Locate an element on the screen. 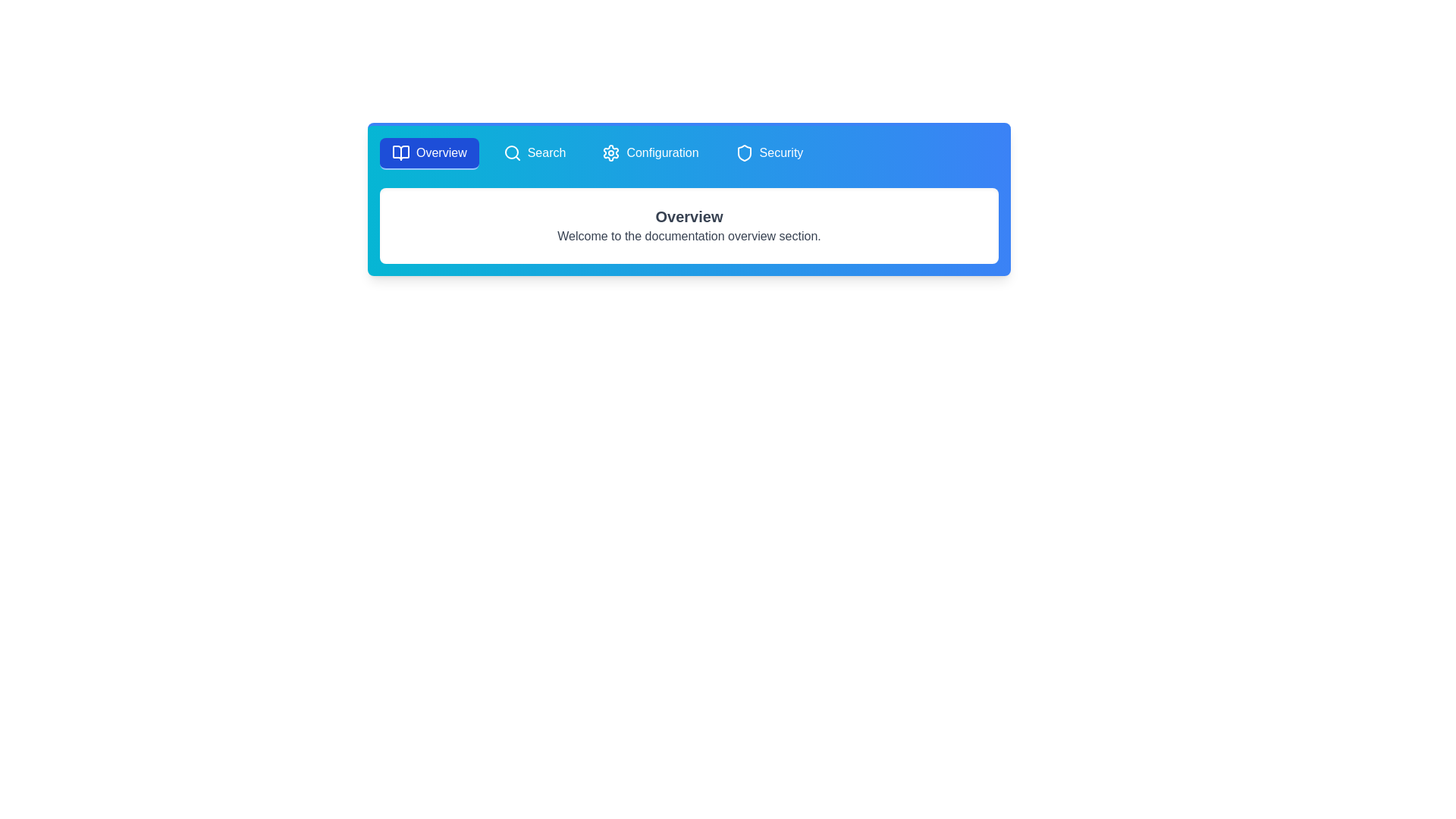 This screenshot has height=819, width=1456. the 'Security' text label, which is part of the fourth button in the navigation bar indicating security actions is located at coordinates (781, 152).